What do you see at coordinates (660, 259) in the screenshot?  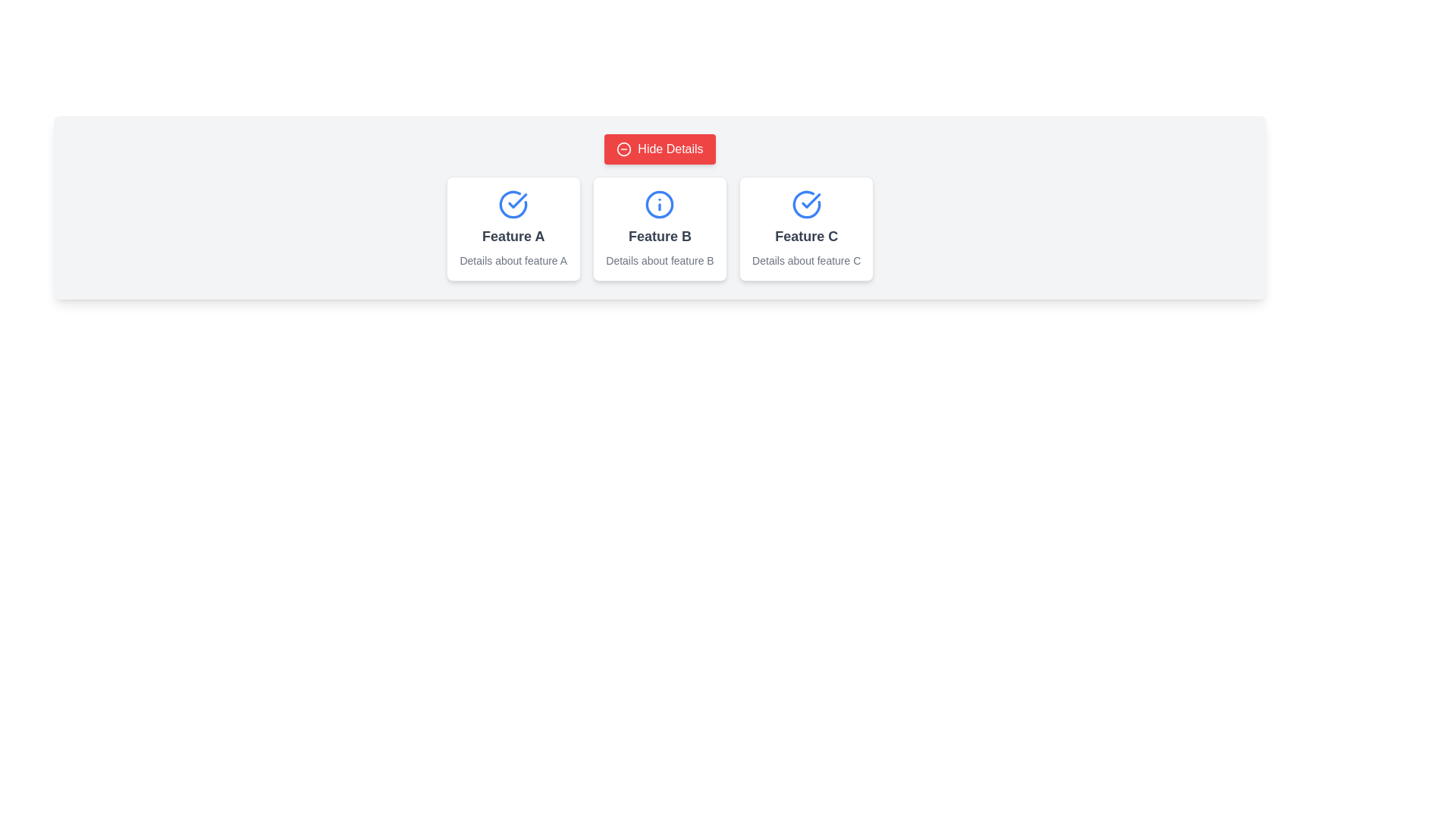 I see `the static text providing additional descriptive information about 'Feature B' located within the second card labeled 'Feature B' in the middle row` at bounding box center [660, 259].